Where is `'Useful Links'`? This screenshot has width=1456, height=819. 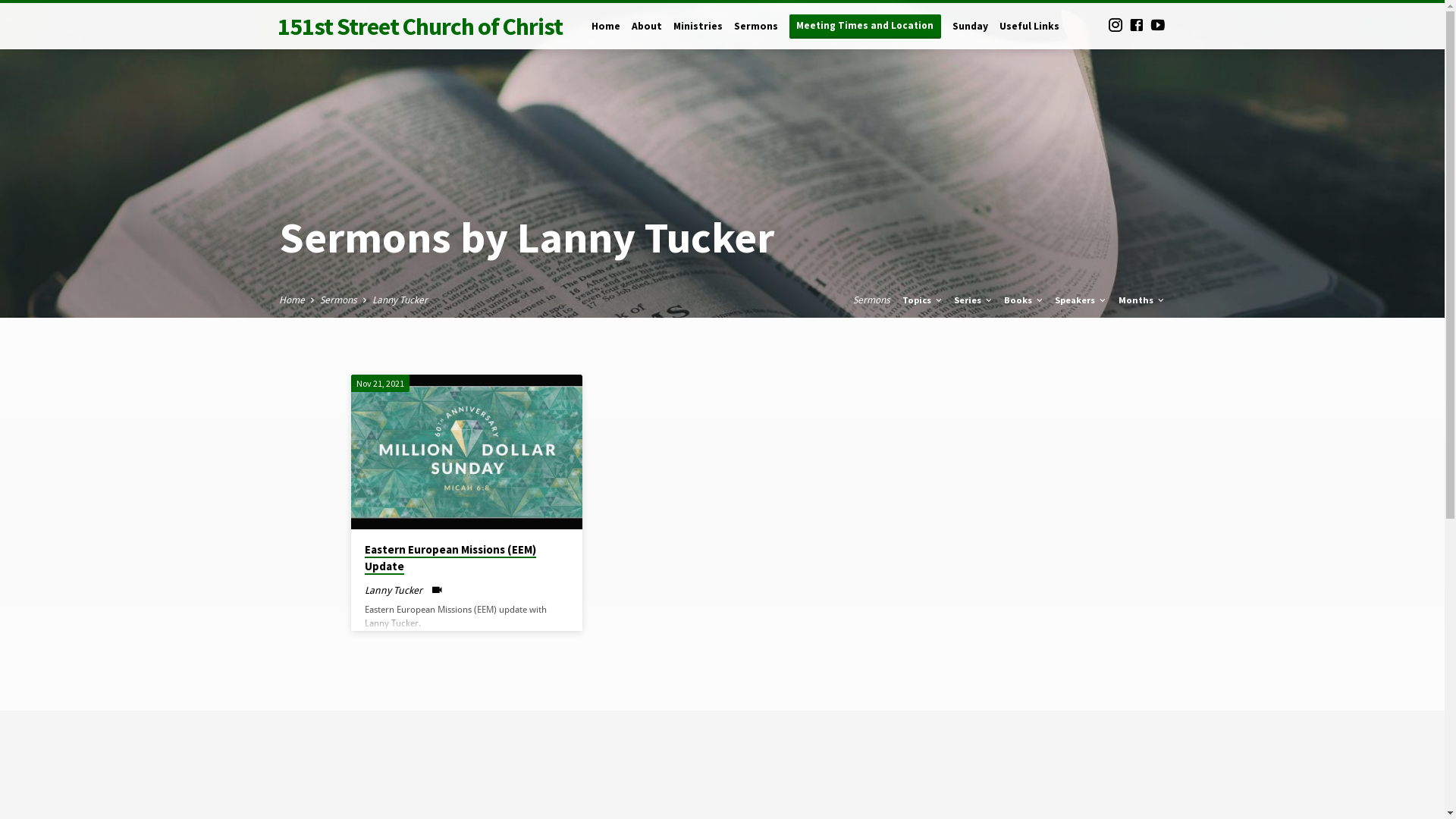 'Useful Links' is located at coordinates (999, 35).